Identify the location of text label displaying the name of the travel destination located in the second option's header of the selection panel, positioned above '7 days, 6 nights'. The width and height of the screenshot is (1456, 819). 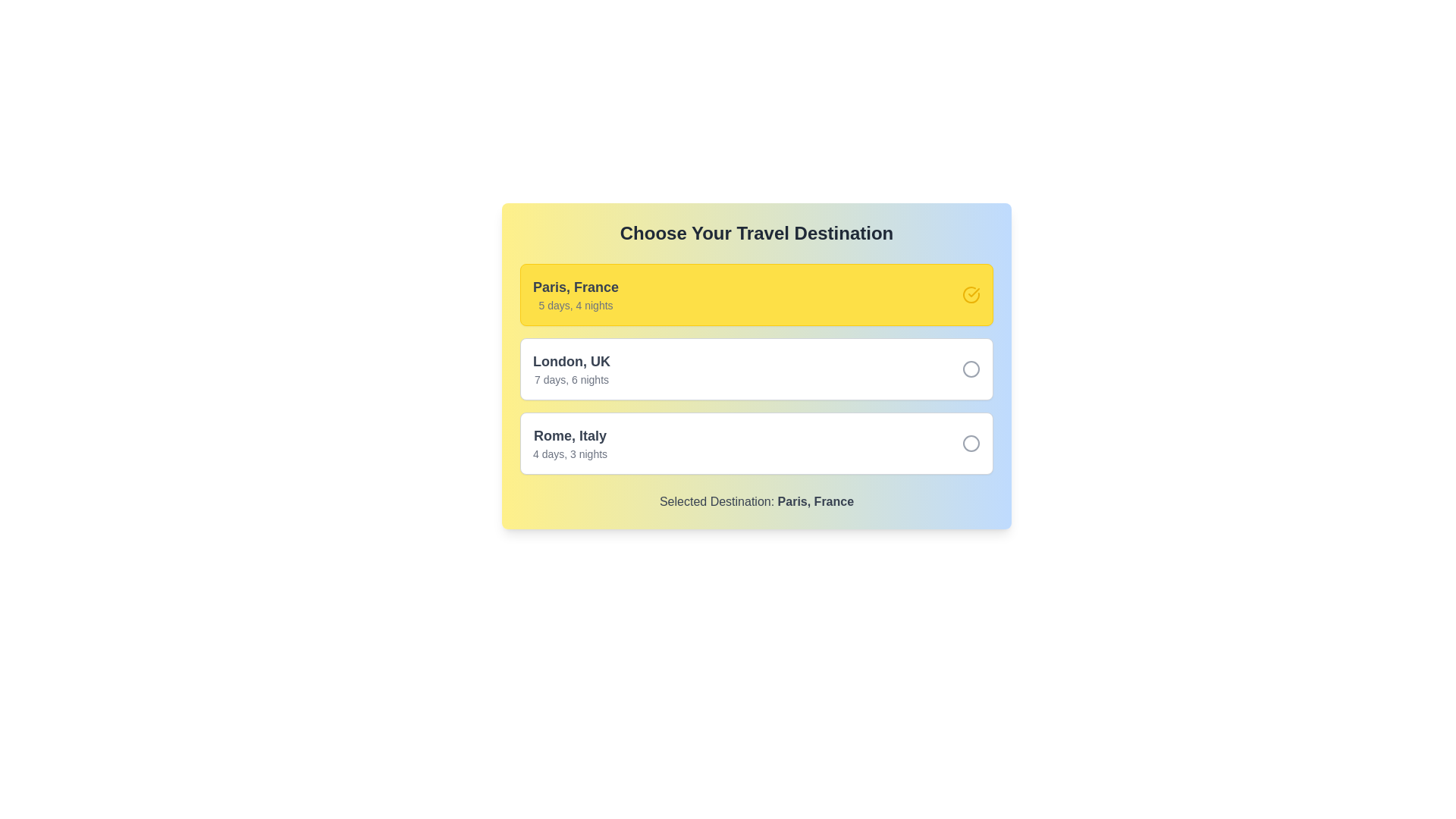
(570, 362).